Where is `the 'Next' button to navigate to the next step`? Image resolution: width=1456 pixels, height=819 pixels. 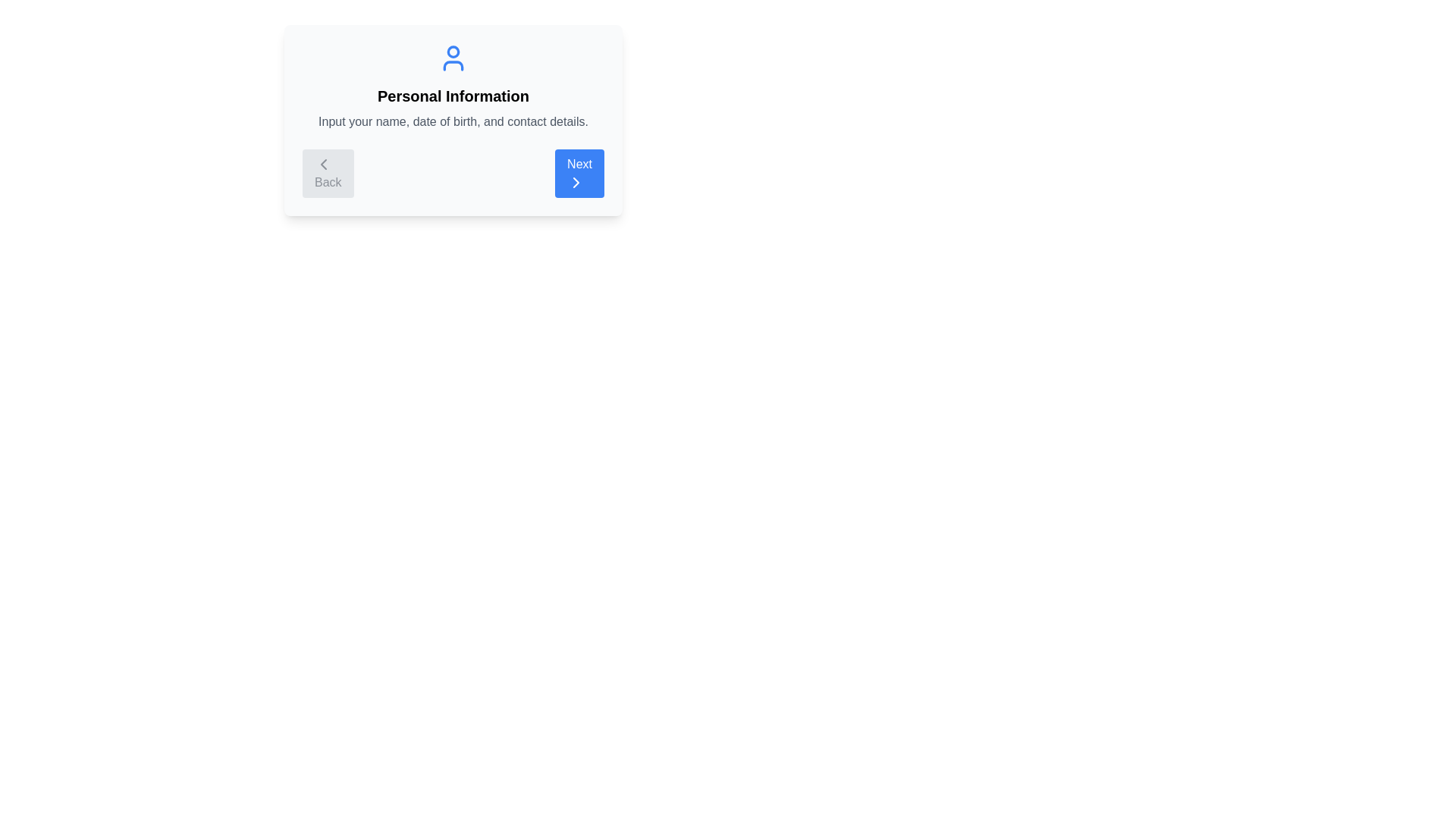 the 'Next' button to navigate to the next step is located at coordinates (578, 172).